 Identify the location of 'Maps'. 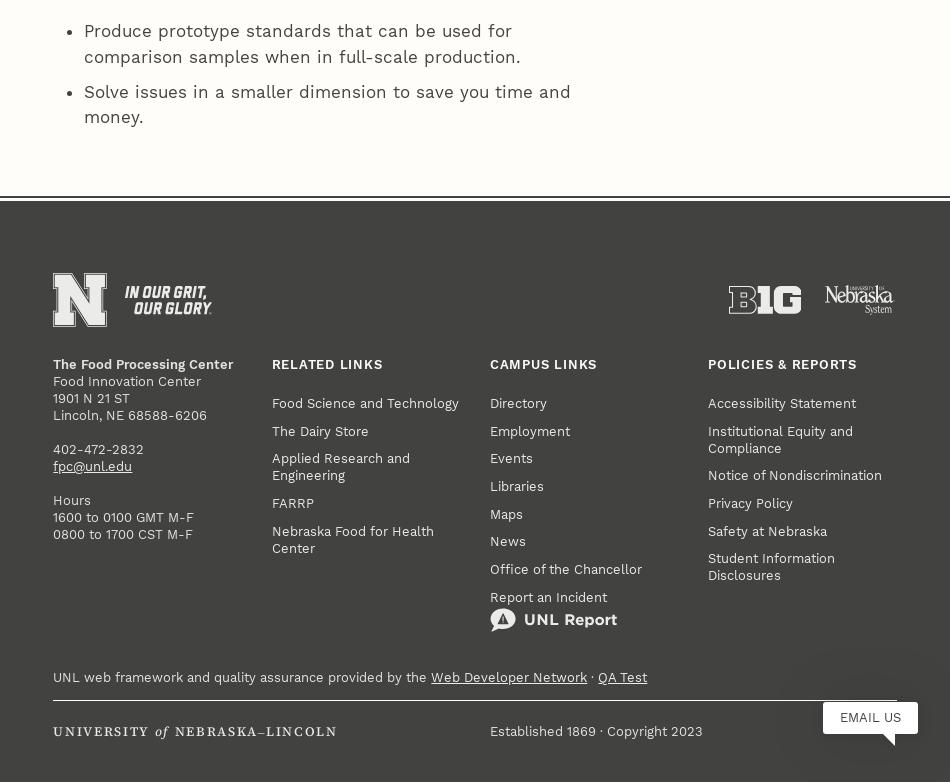
(490, 197).